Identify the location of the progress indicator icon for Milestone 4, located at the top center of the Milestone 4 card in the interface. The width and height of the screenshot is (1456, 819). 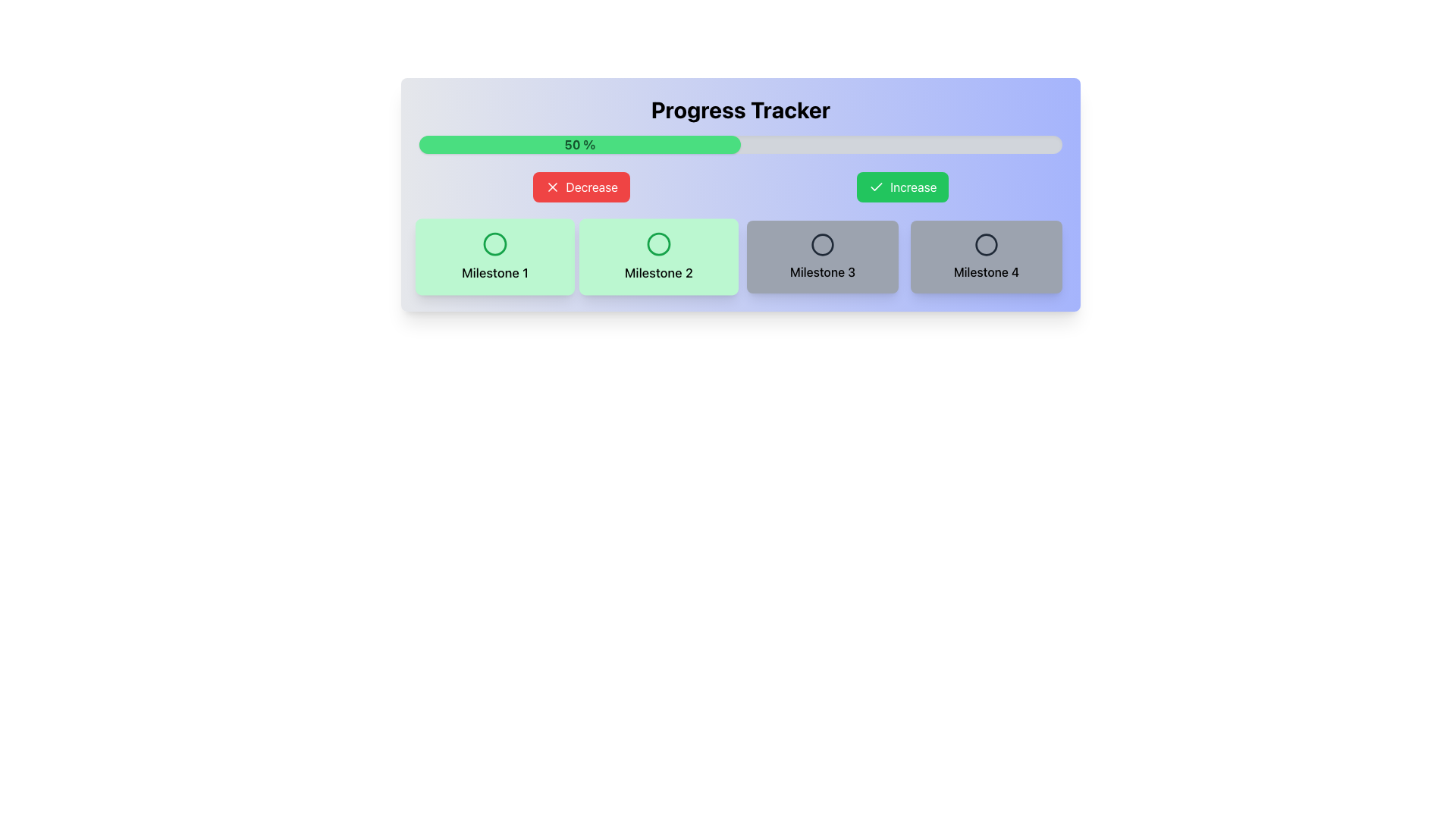
(986, 244).